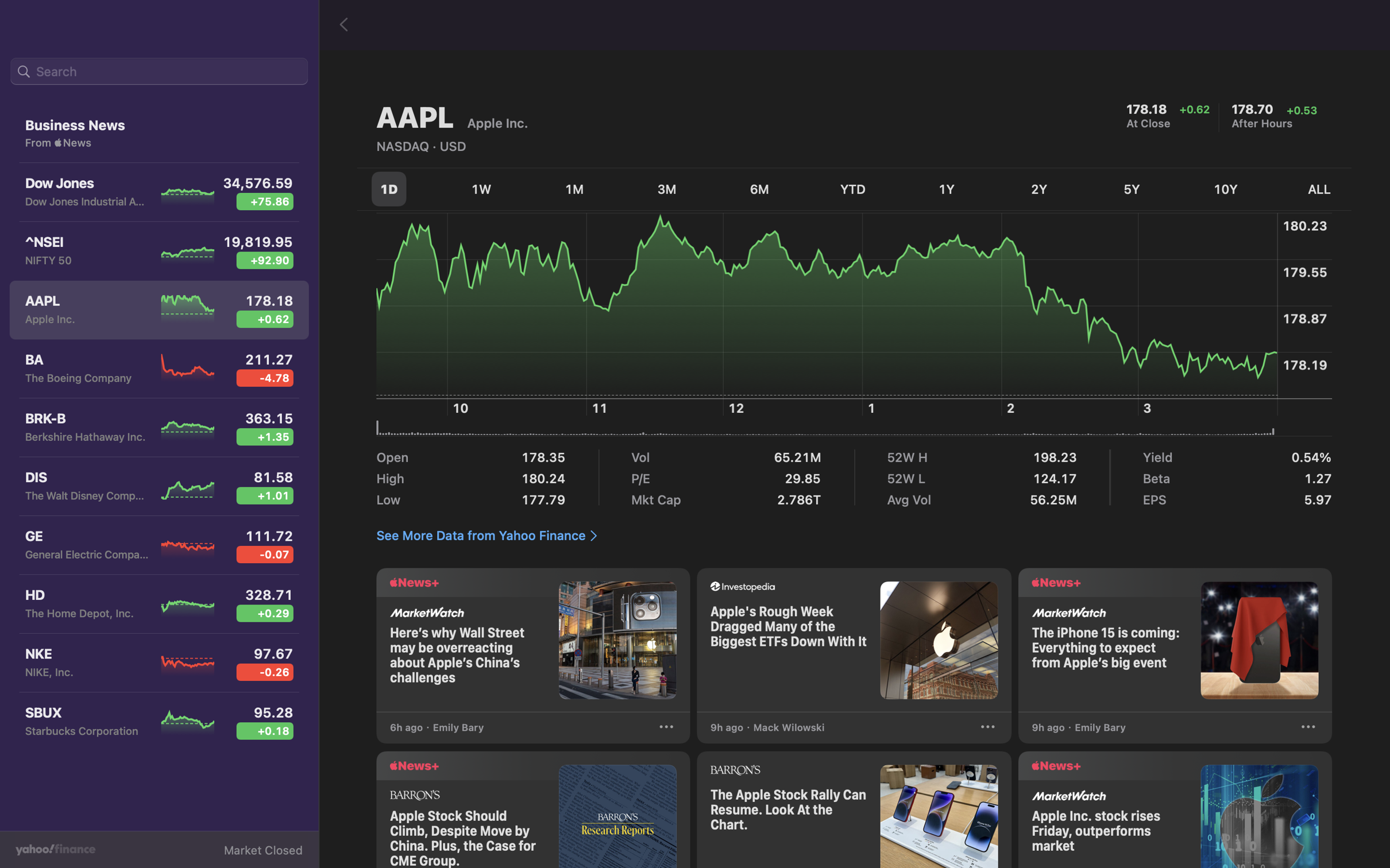 This screenshot has height=868, width=1390. I want to click on Check the stock change for the past 6 months, so click(762, 187).